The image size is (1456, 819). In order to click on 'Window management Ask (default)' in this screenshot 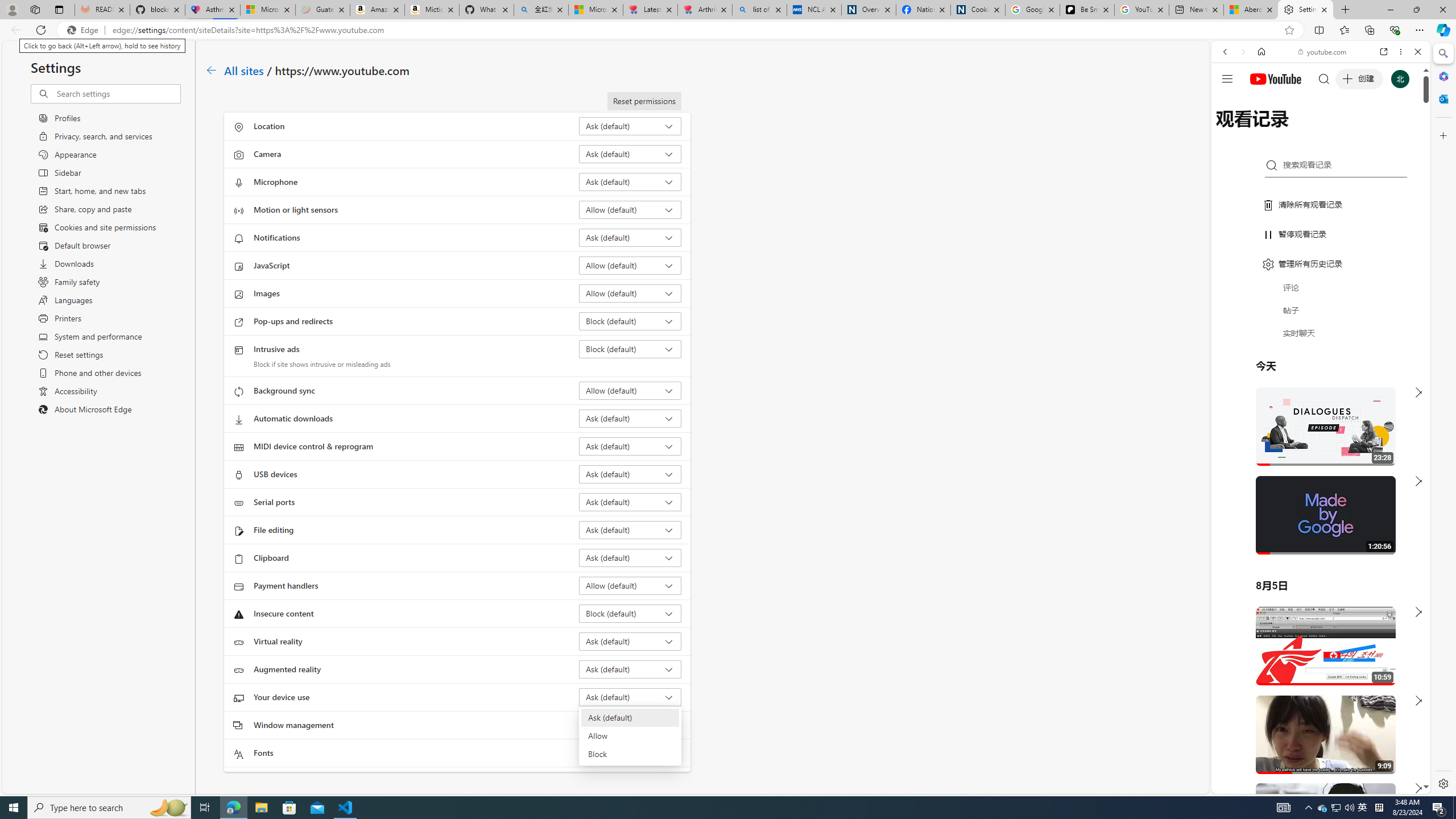, I will do `click(630, 725)`.